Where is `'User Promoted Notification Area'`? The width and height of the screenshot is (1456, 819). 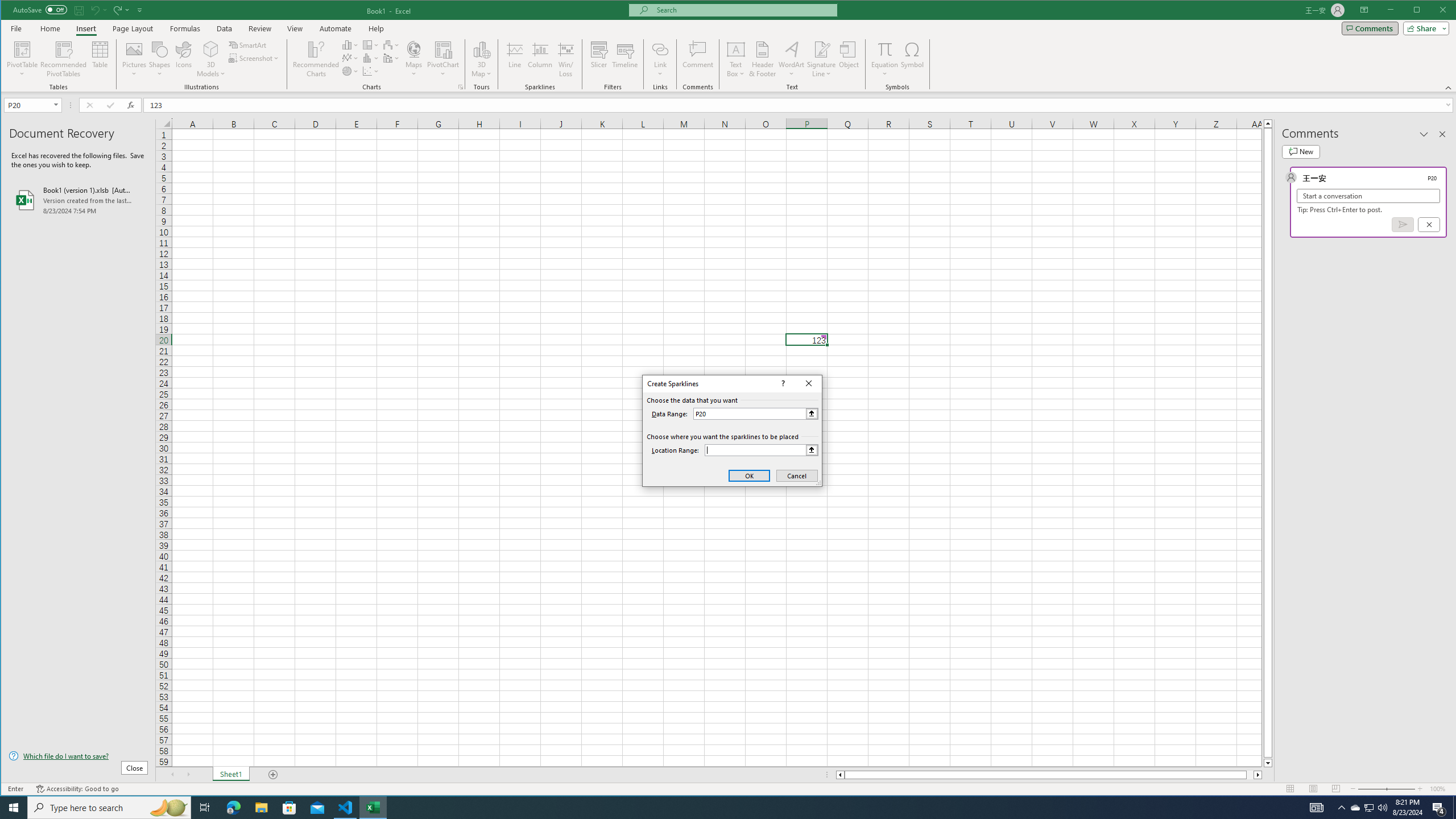 'User Promoted Notification Area' is located at coordinates (1368, 806).